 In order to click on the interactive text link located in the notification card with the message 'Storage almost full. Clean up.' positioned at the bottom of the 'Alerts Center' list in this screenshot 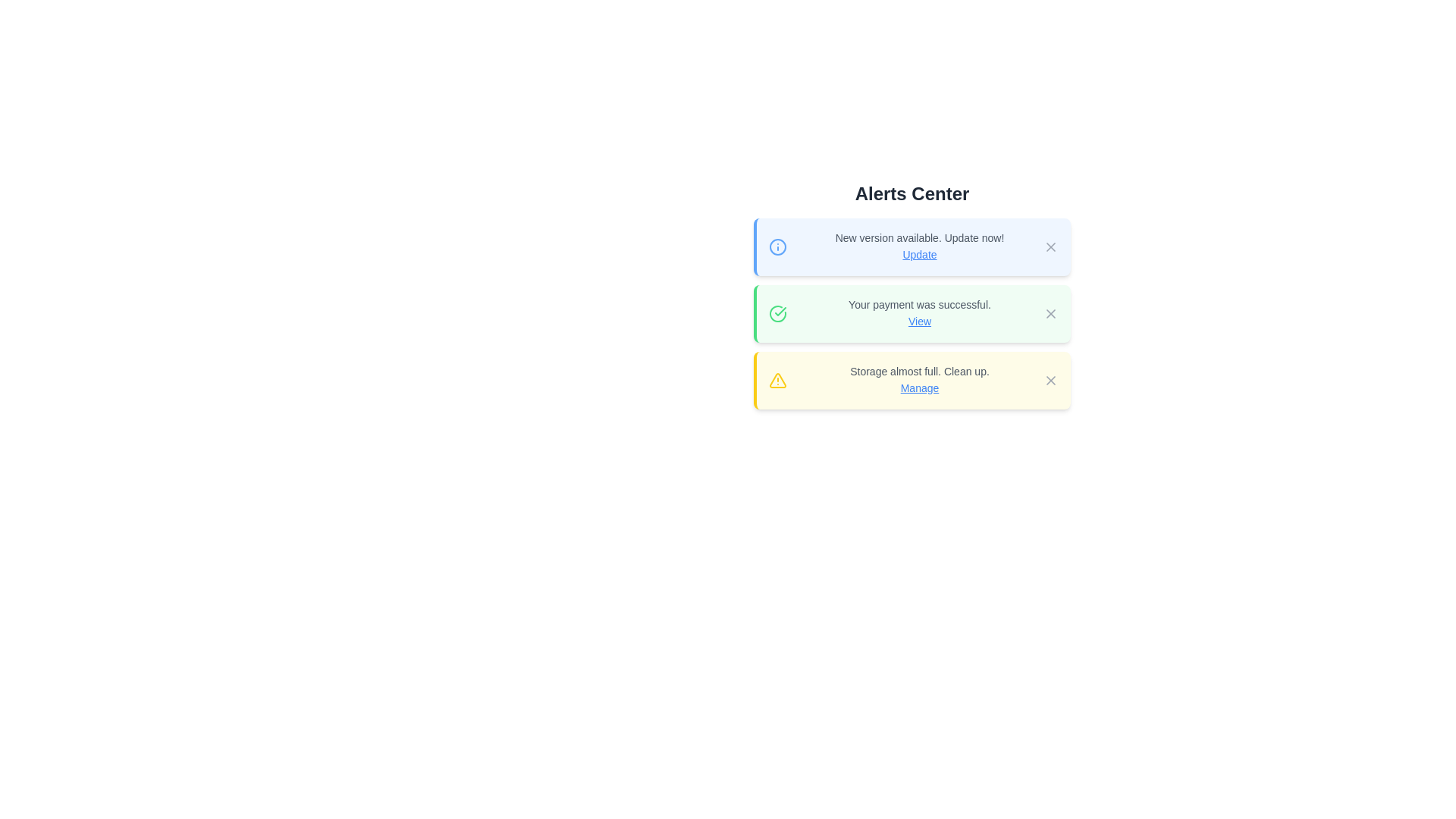, I will do `click(919, 388)`.